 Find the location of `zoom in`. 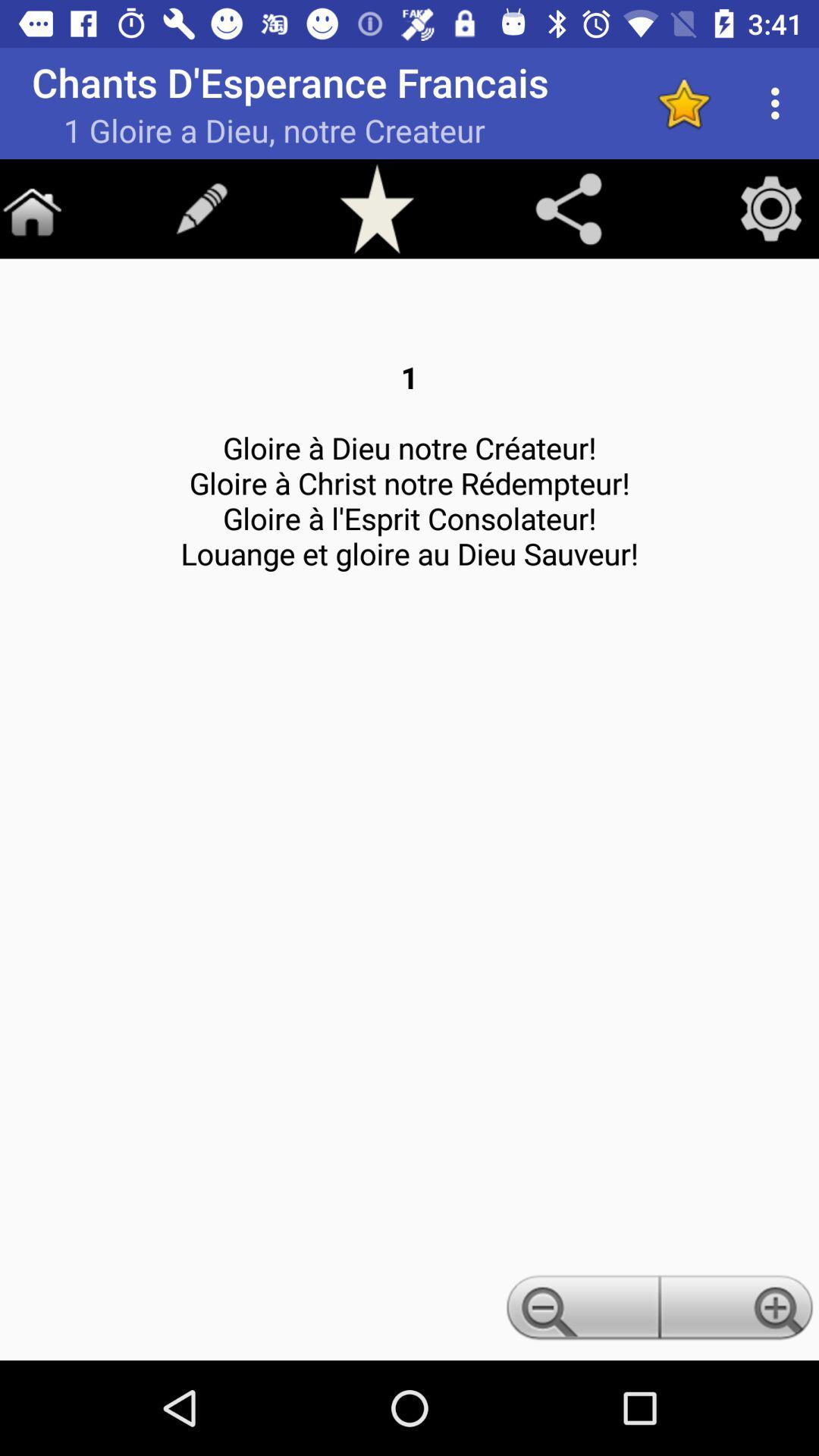

zoom in is located at coordinates (739, 1311).